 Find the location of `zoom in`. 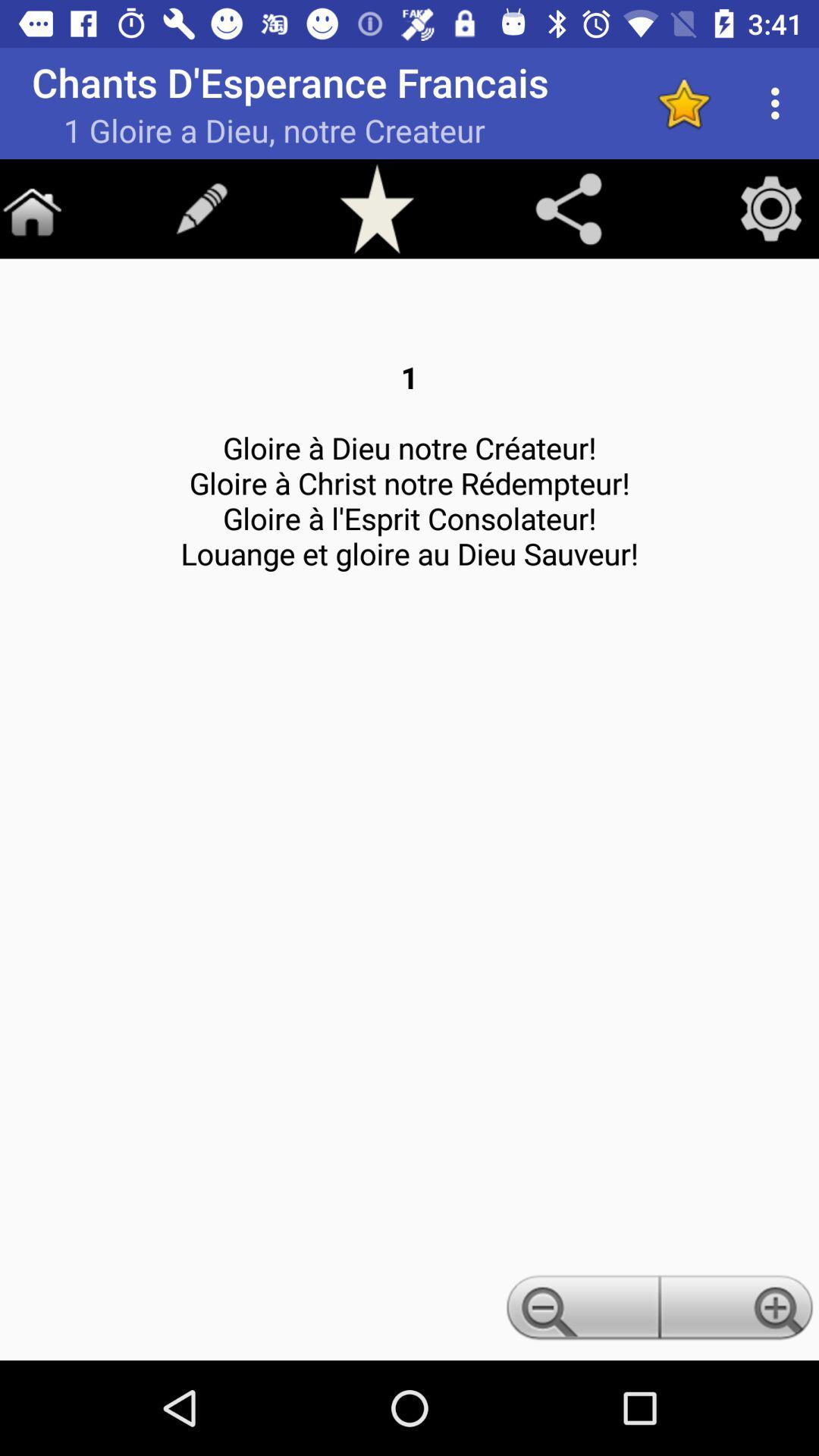

zoom in is located at coordinates (739, 1311).